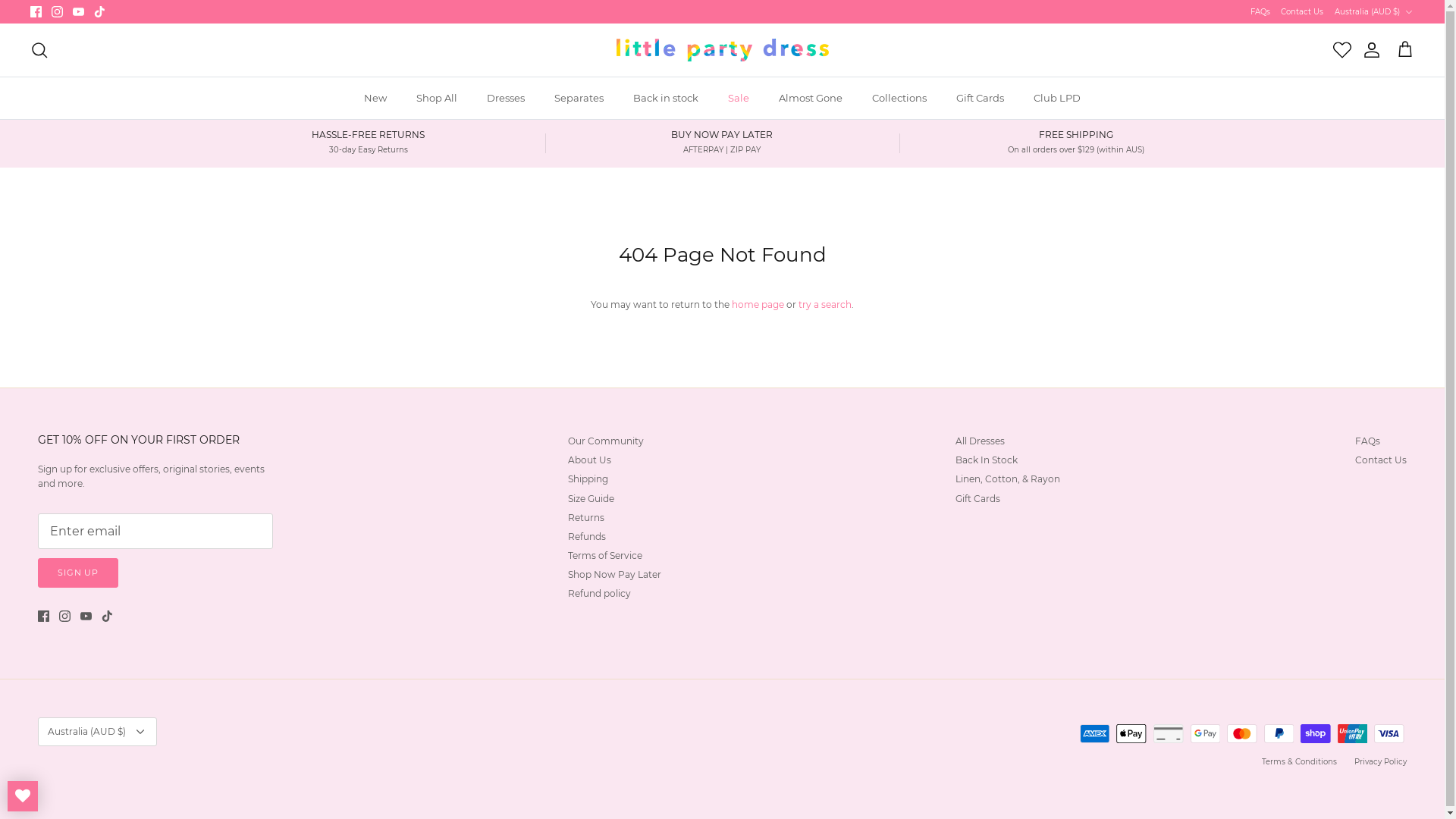 This screenshot has width=1456, height=819. I want to click on 'All Dresses', so click(980, 441).